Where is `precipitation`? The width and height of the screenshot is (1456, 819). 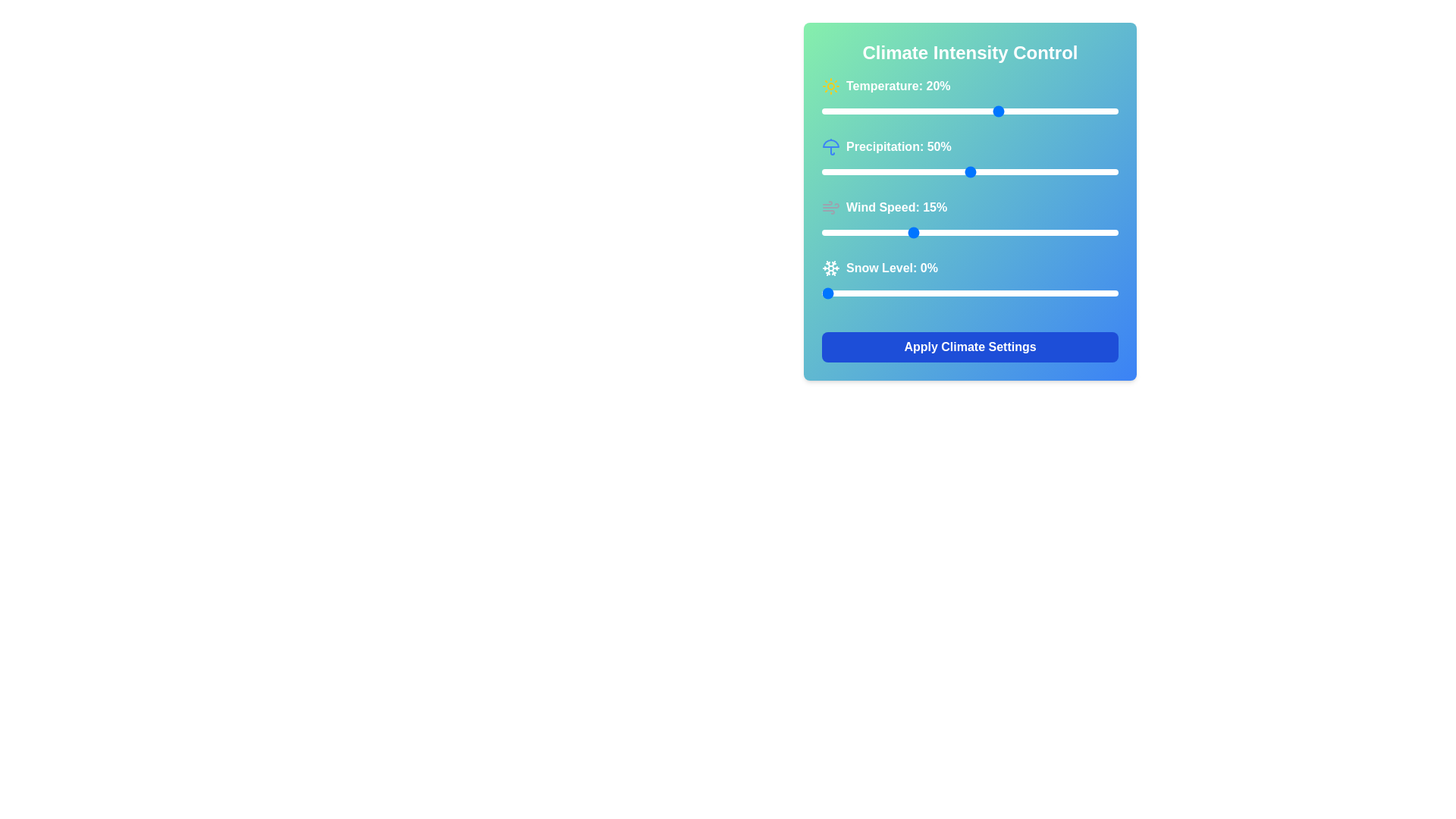
precipitation is located at coordinates (830, 171).